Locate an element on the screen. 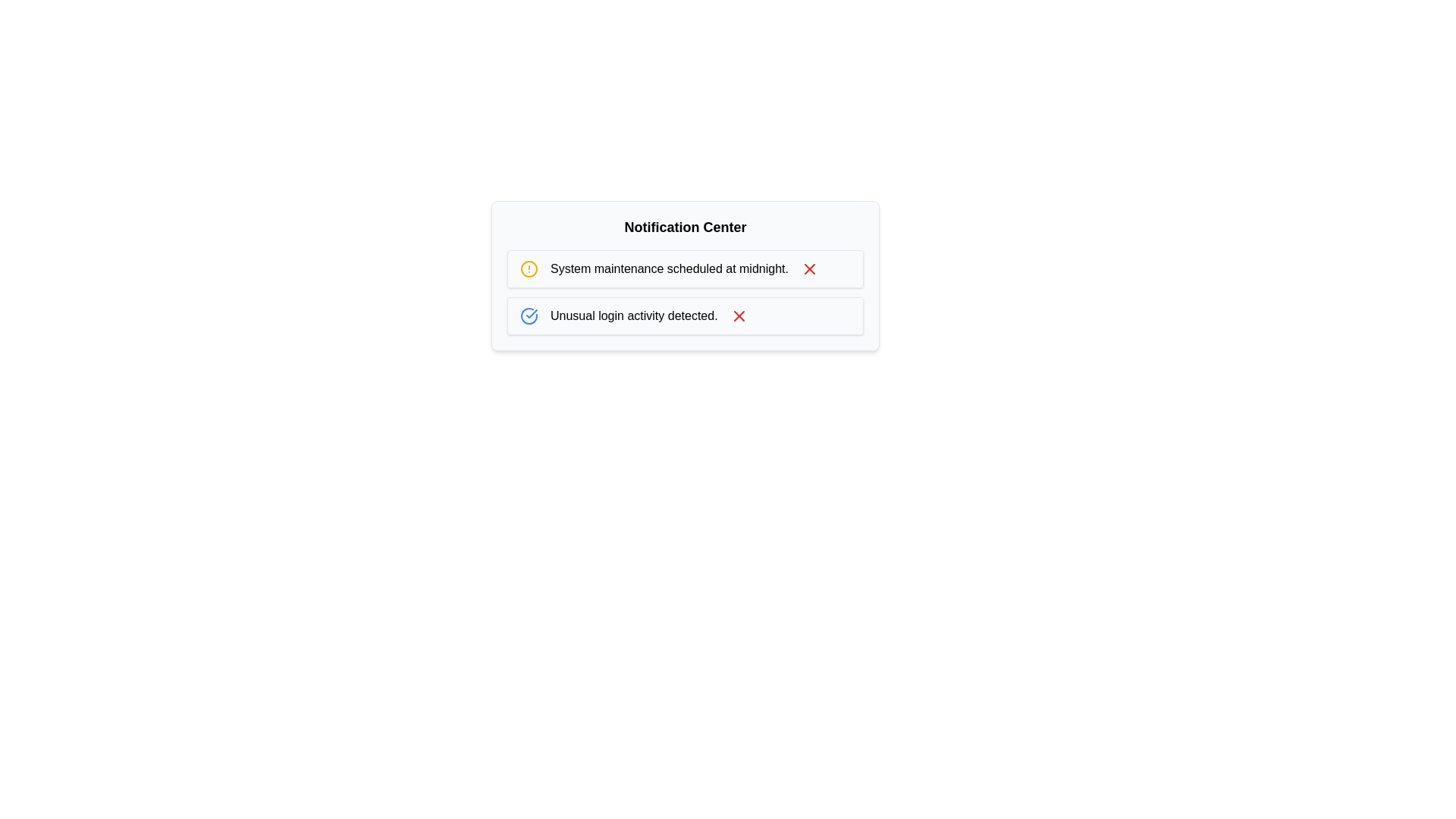 This screenshot has height=819, width=1456. the close button SVG icon located in the rightmost part of the notification panel is located at coordinates (739, 315).